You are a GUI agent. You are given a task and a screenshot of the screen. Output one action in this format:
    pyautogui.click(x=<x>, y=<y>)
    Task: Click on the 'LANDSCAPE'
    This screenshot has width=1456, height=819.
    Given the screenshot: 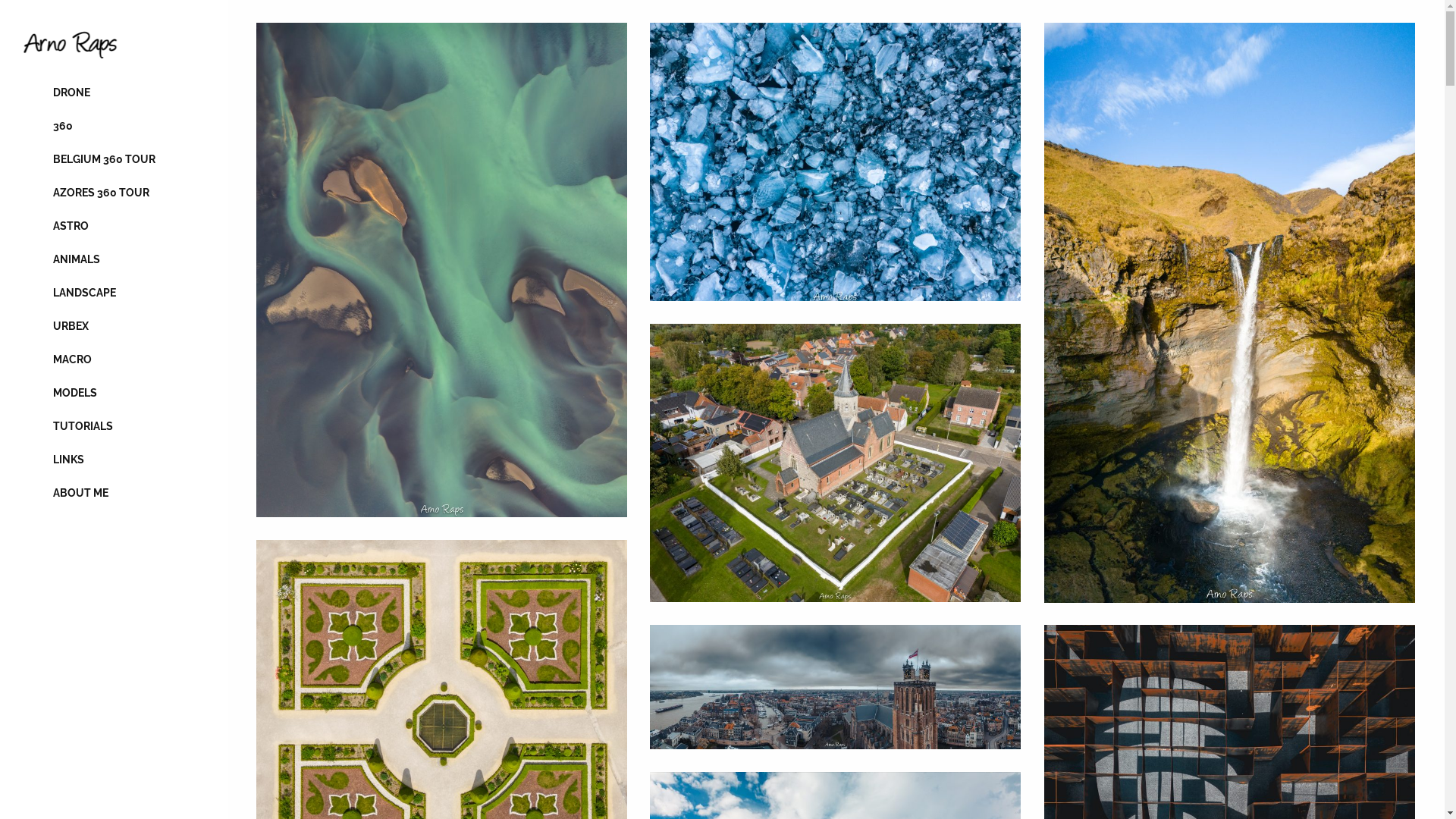 What is the action you would take?
    pyautogui.click(x=112, y=292)
    